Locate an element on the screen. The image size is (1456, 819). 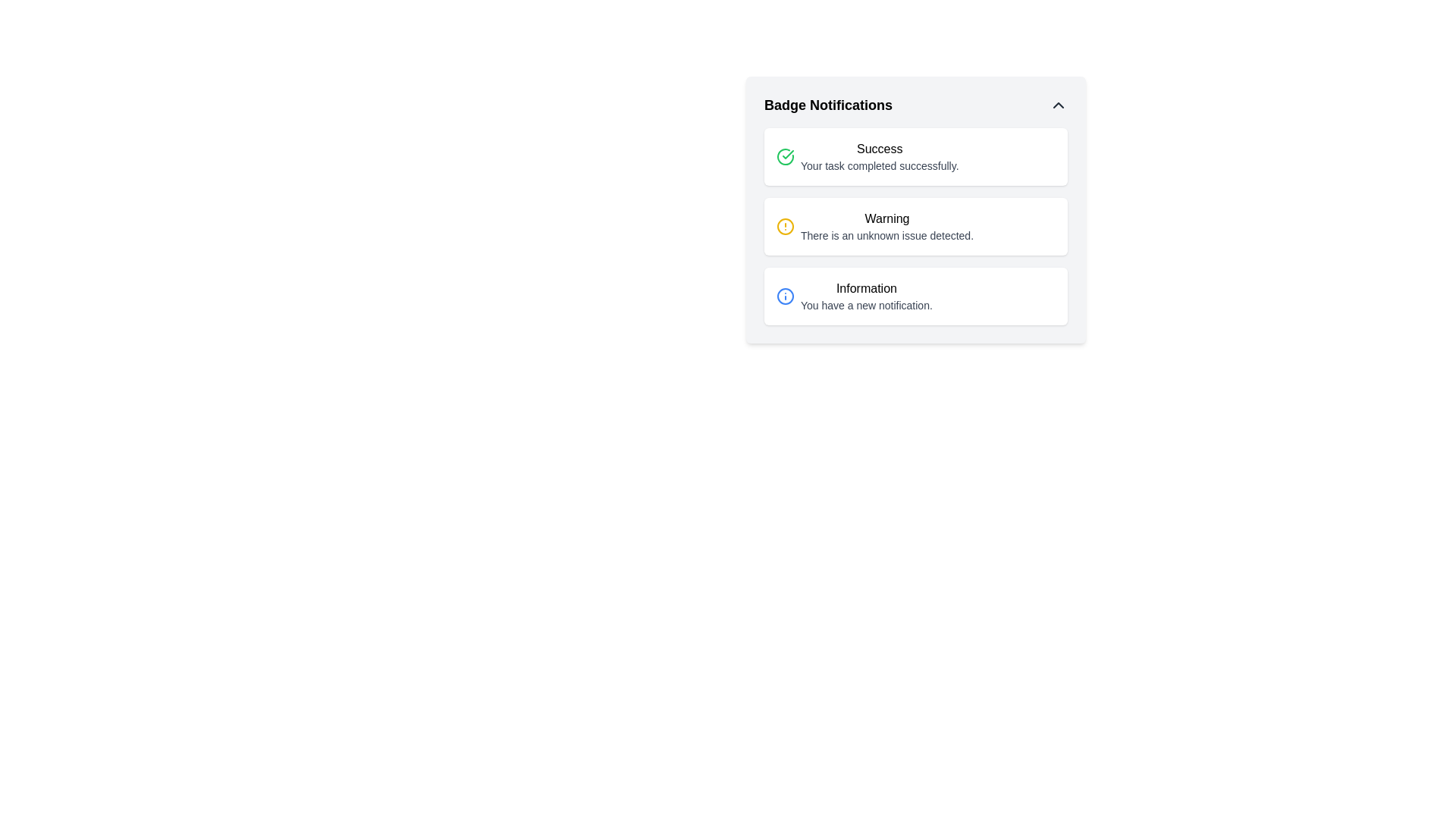
the Notification Card displaying a warning message, which is the second card in the list of notifications, located between the 'Success' and 'Information' cards is located at coordinates (915, 227).